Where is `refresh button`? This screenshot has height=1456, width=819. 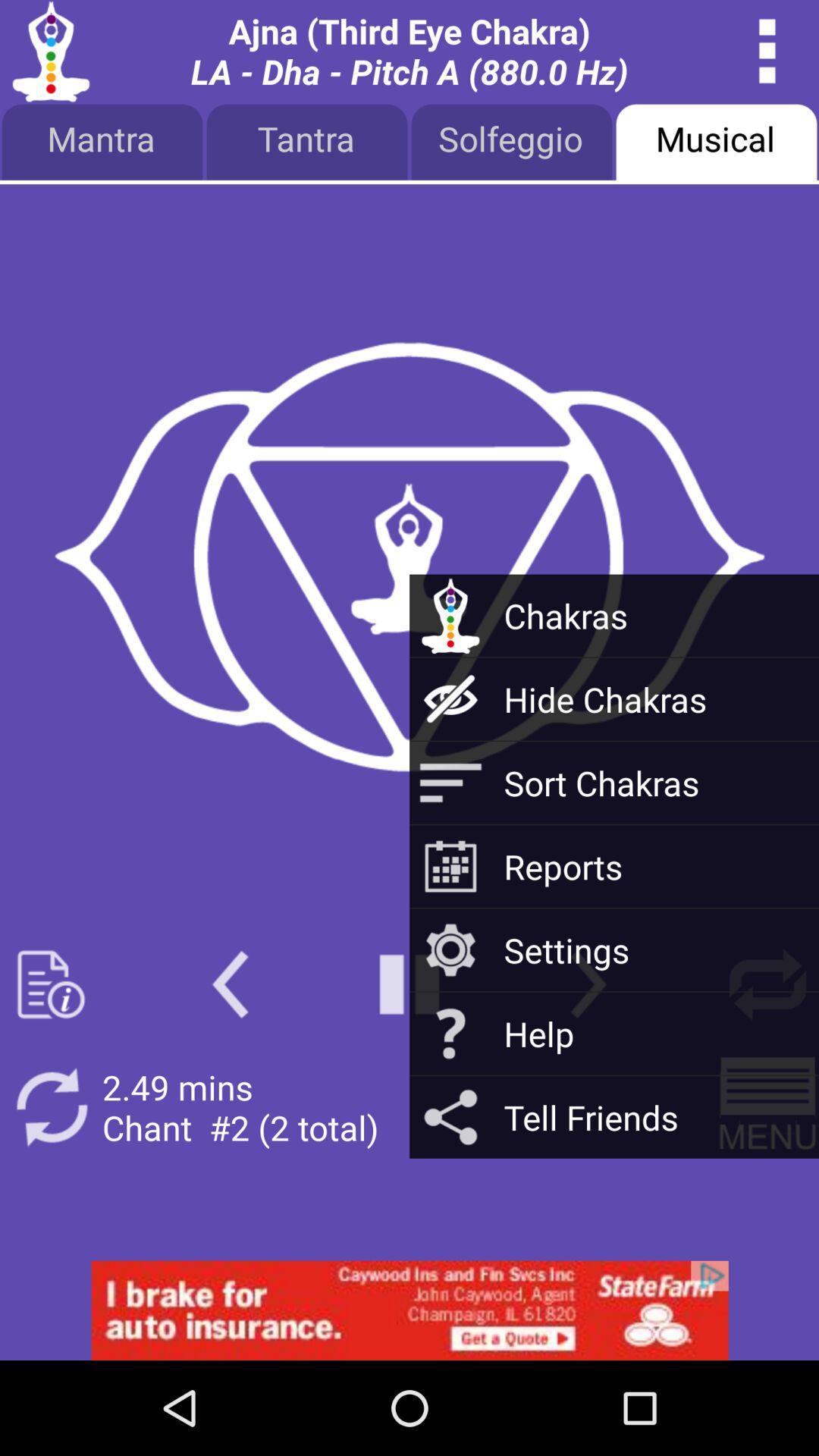 refresh button is located at coordinates (50, 1107).